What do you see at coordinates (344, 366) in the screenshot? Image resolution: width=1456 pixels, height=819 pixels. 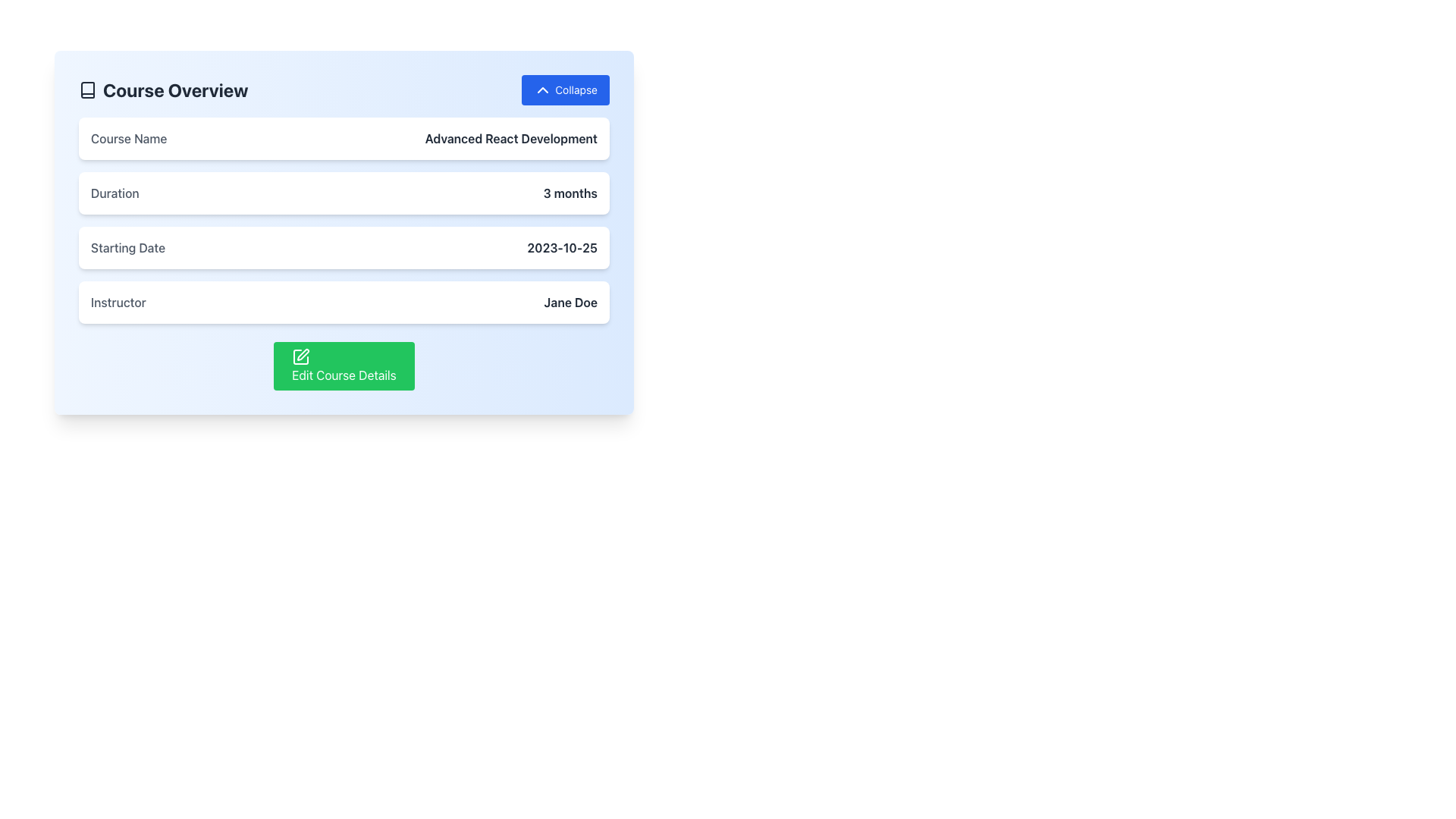 I see `the rectangular green button labeled 'Edit Course Details' to observe the hover effect` at bounding box center [344, 366].